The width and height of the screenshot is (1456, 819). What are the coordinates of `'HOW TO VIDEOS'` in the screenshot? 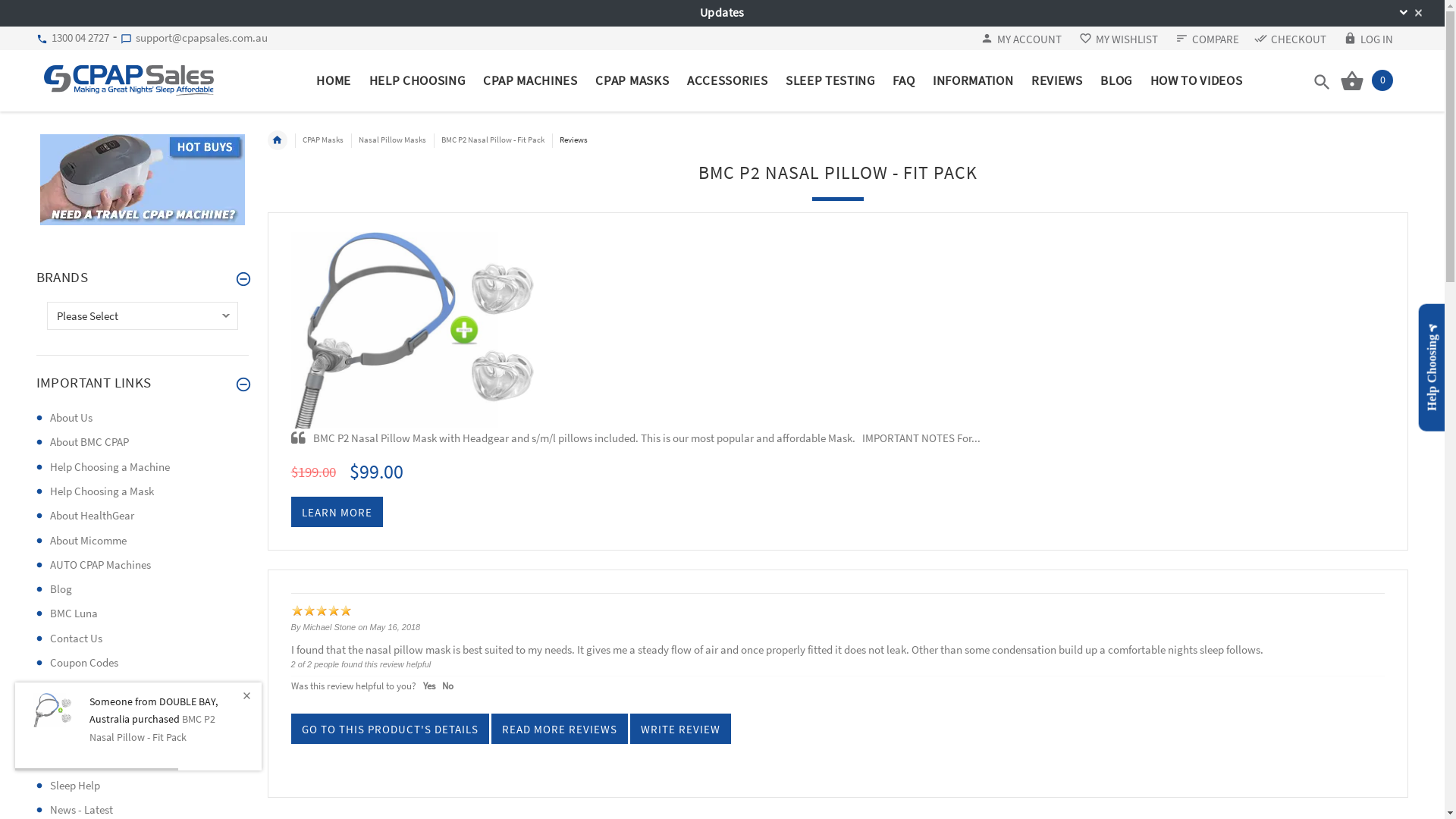 It's located at (1191, 80).